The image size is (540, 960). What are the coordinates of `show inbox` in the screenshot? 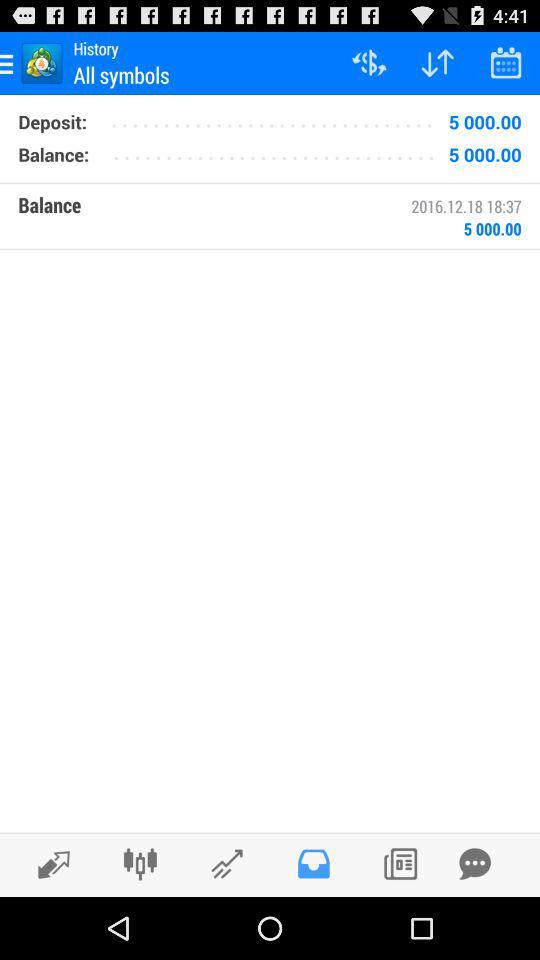 It's located at (313, 863).